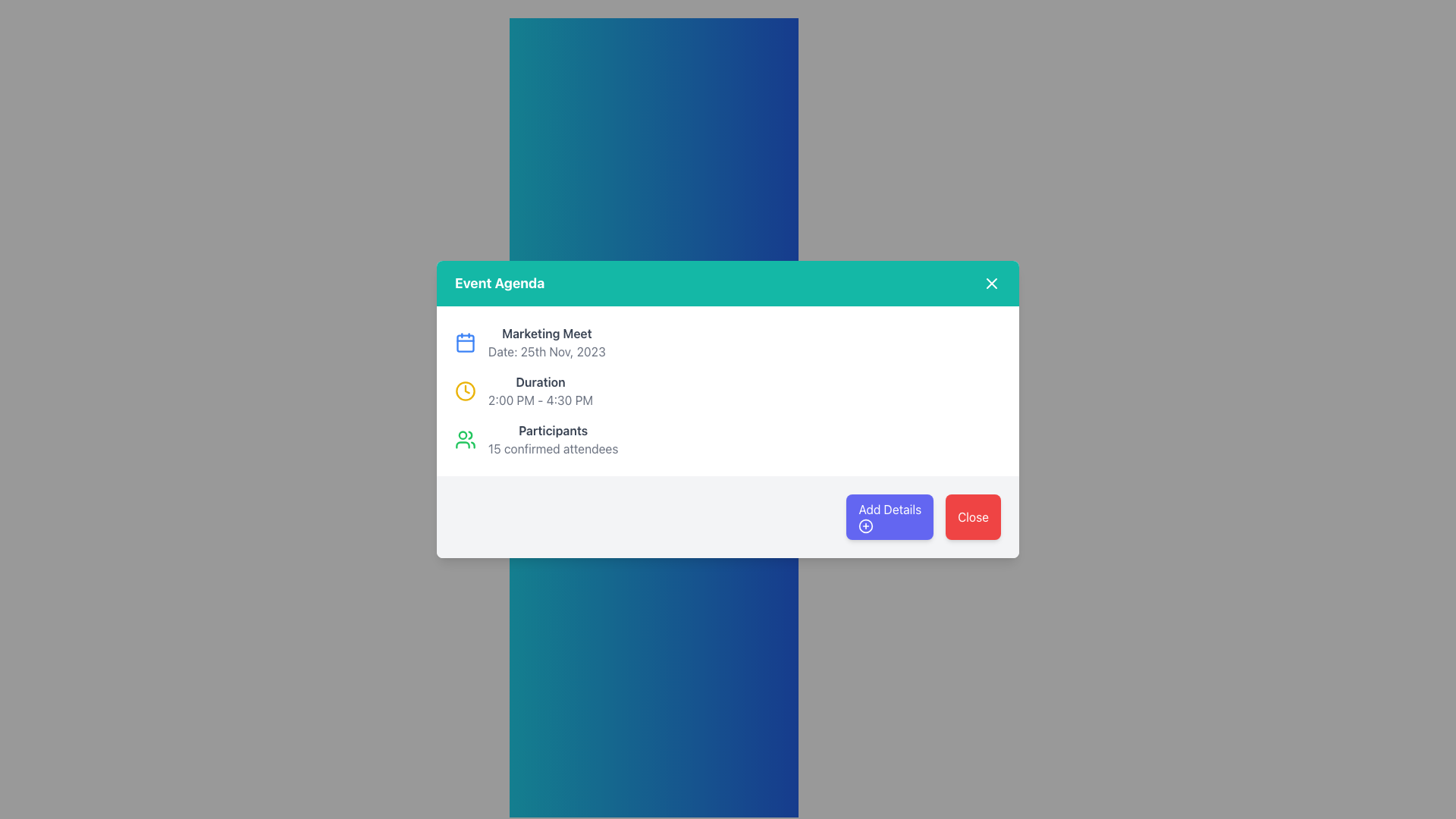 The image size is (1456, 819). Describe the element at coordinates (973, 516) in the screenshot. I see `the 'Close' button located at the bottom-right corner of the dialog` at that location.